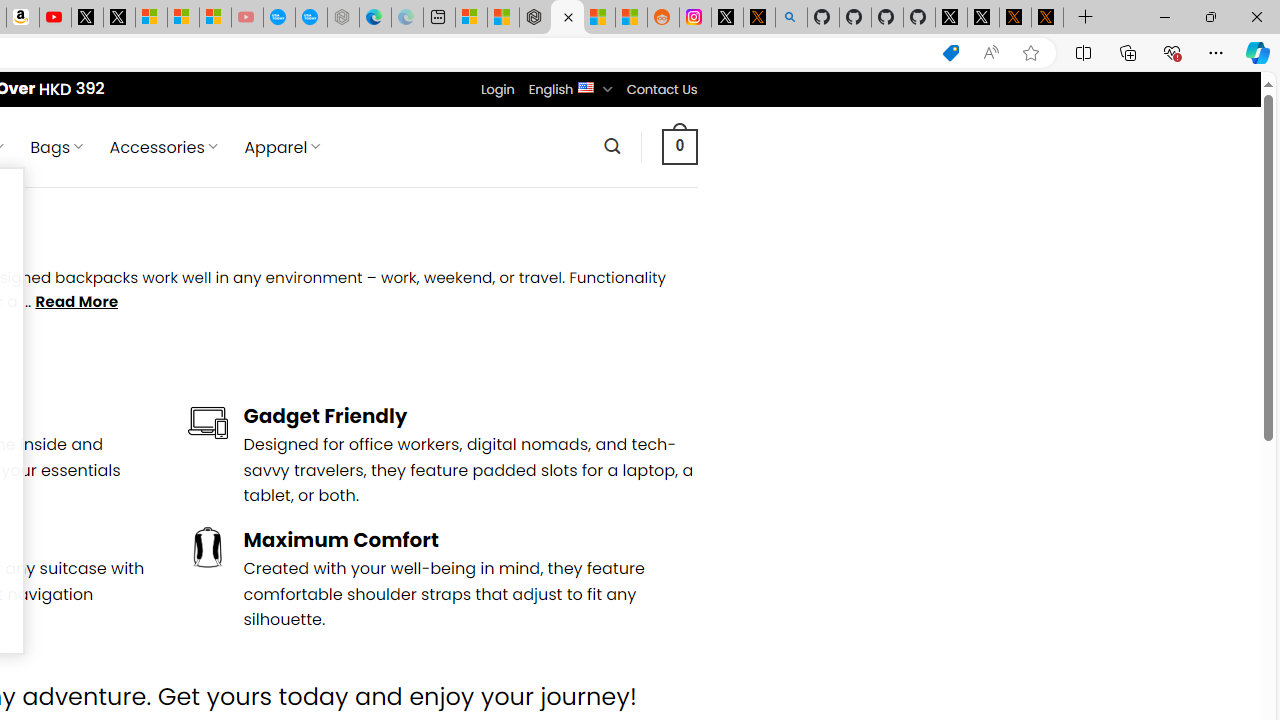  I want to click on '  0  ', so click(679, 145).